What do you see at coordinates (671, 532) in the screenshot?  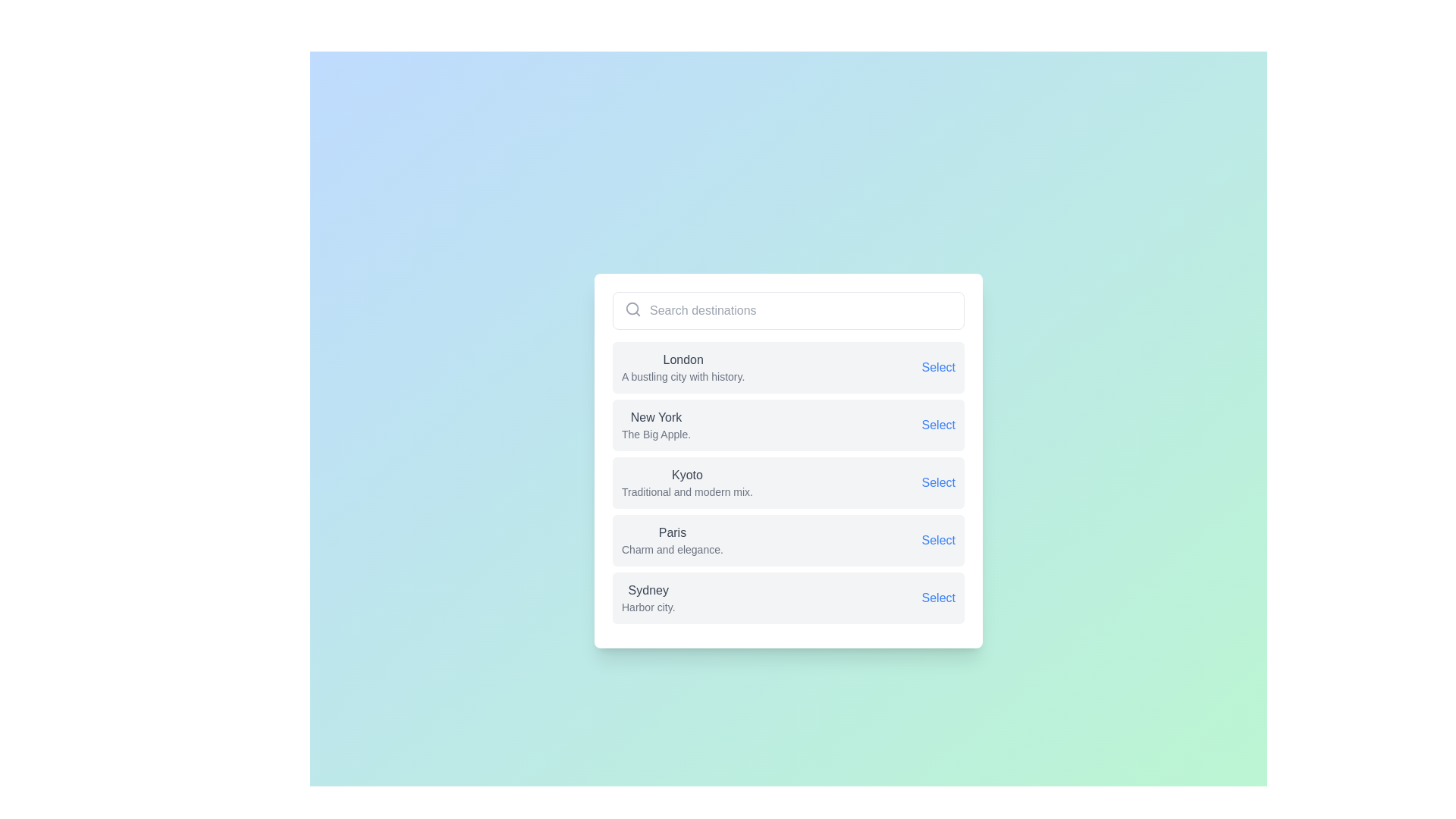 I see `the text label that serves as a title for the description of the city 'Paris', located in the fourth entry of a vertical list, above the text 'Charm and elegance.'` at bounding box center [671, 532].